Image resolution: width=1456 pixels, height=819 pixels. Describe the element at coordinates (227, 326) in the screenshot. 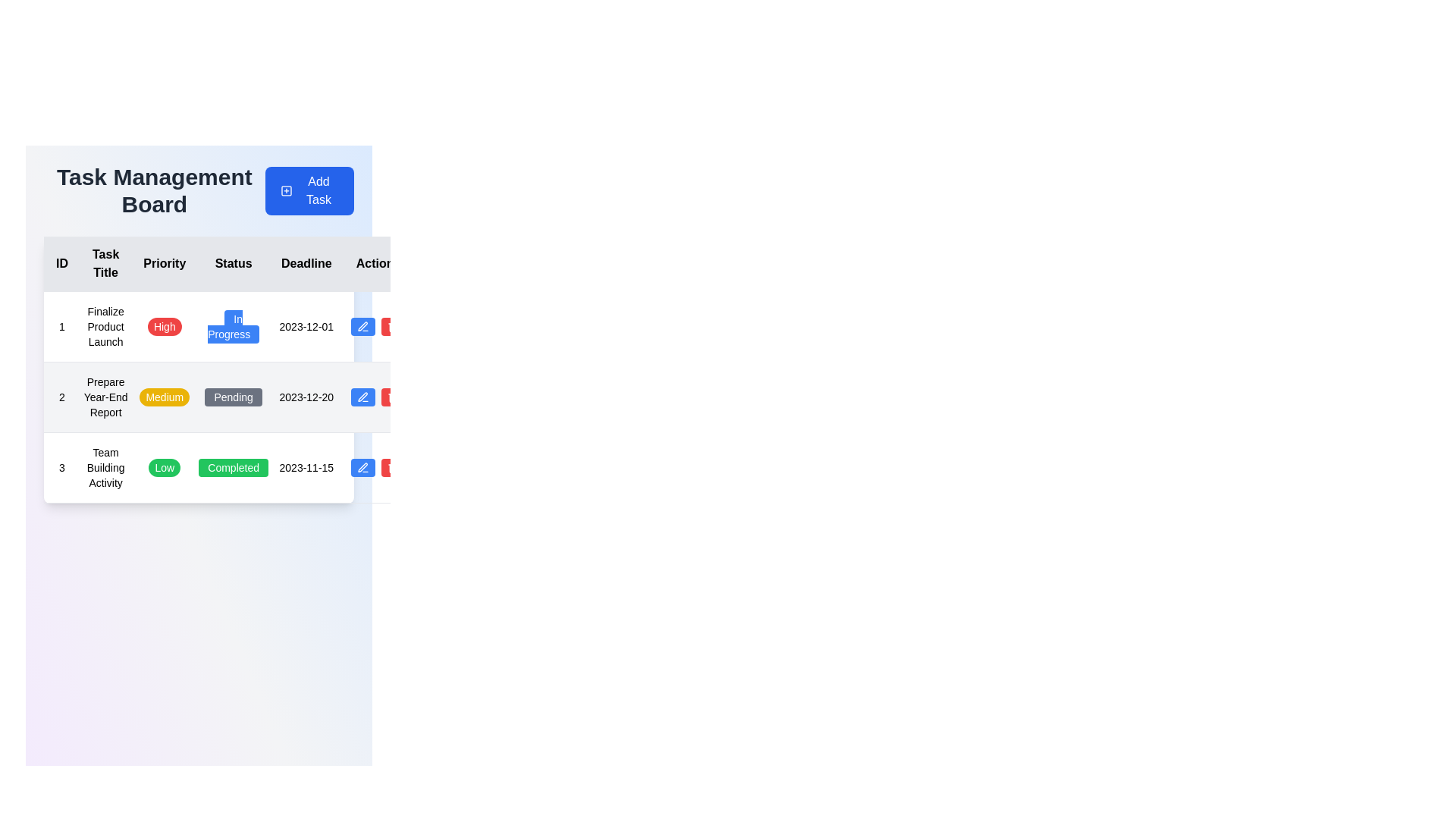

I see `the task row titled 'Finalize Product Launch'` at that location.